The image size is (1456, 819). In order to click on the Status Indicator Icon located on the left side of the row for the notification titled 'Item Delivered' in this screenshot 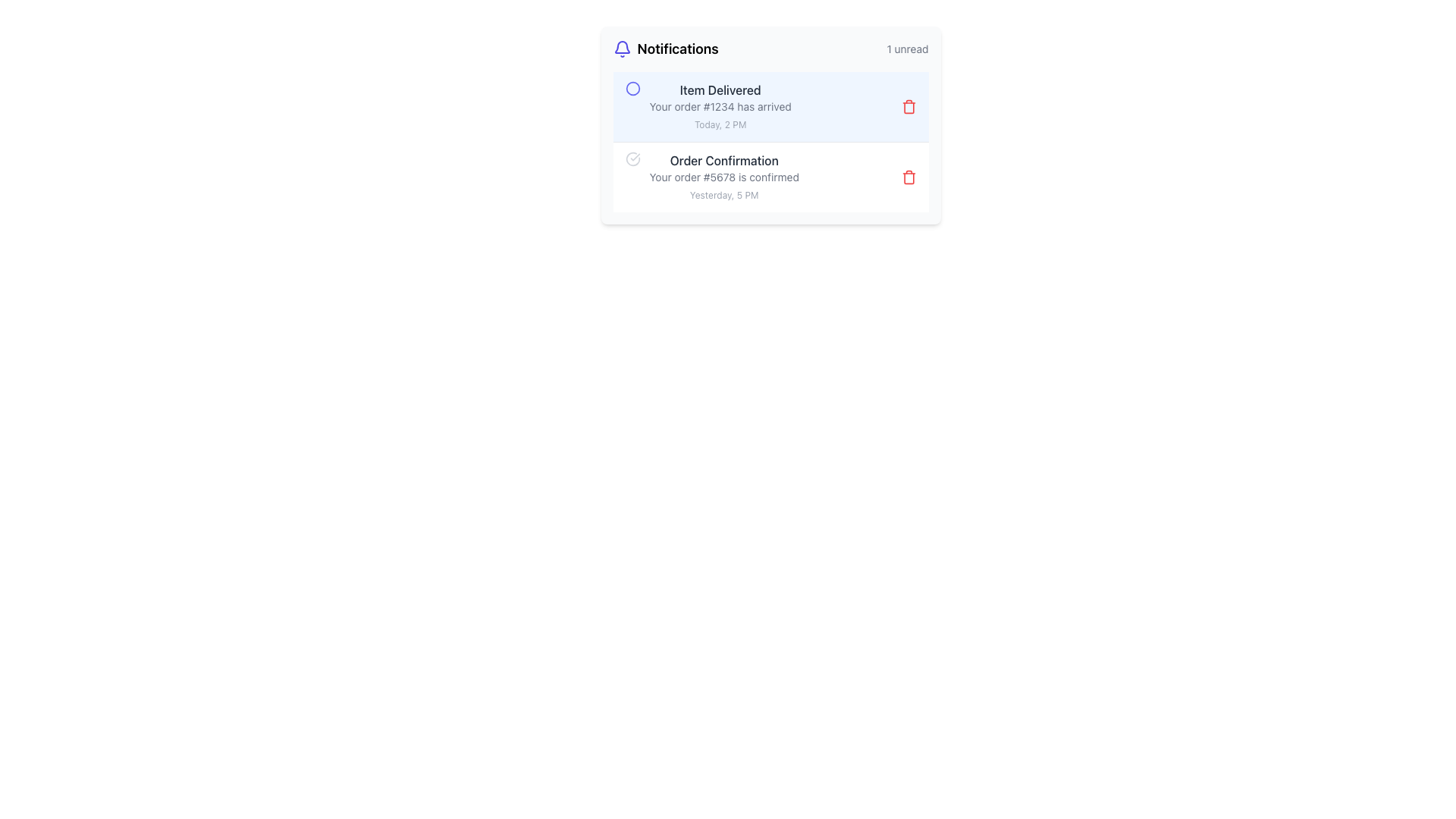, I will do `click(632, 88)`.